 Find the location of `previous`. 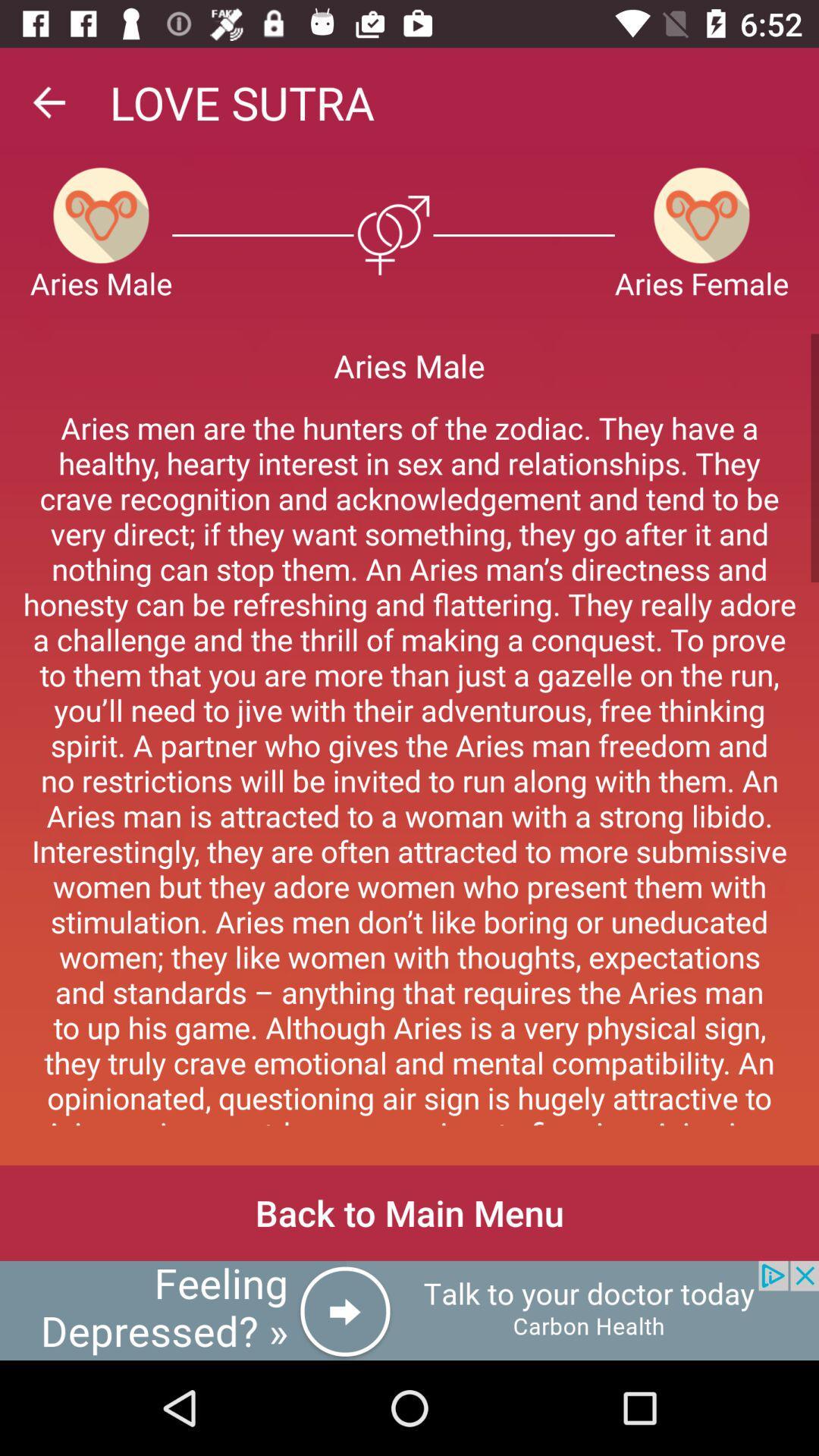

previous is located at coordinates (48, 102).